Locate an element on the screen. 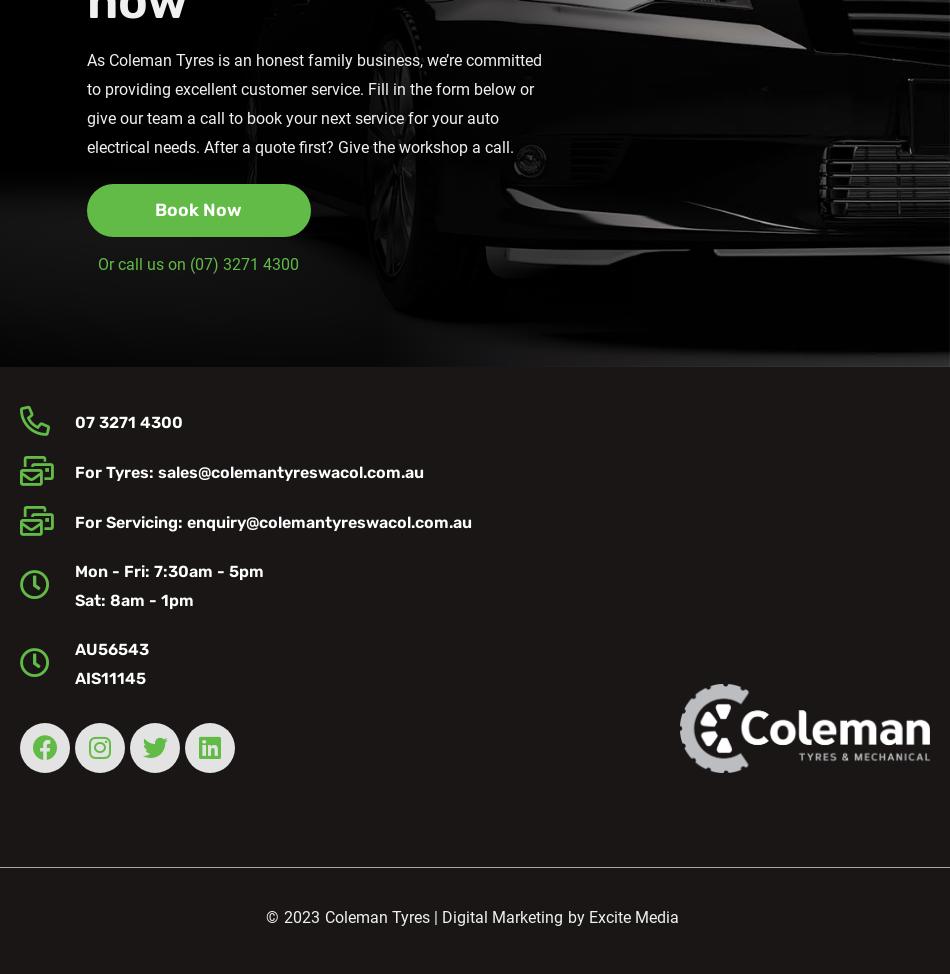  'AIS11145' is located at coordinates (109, 678).